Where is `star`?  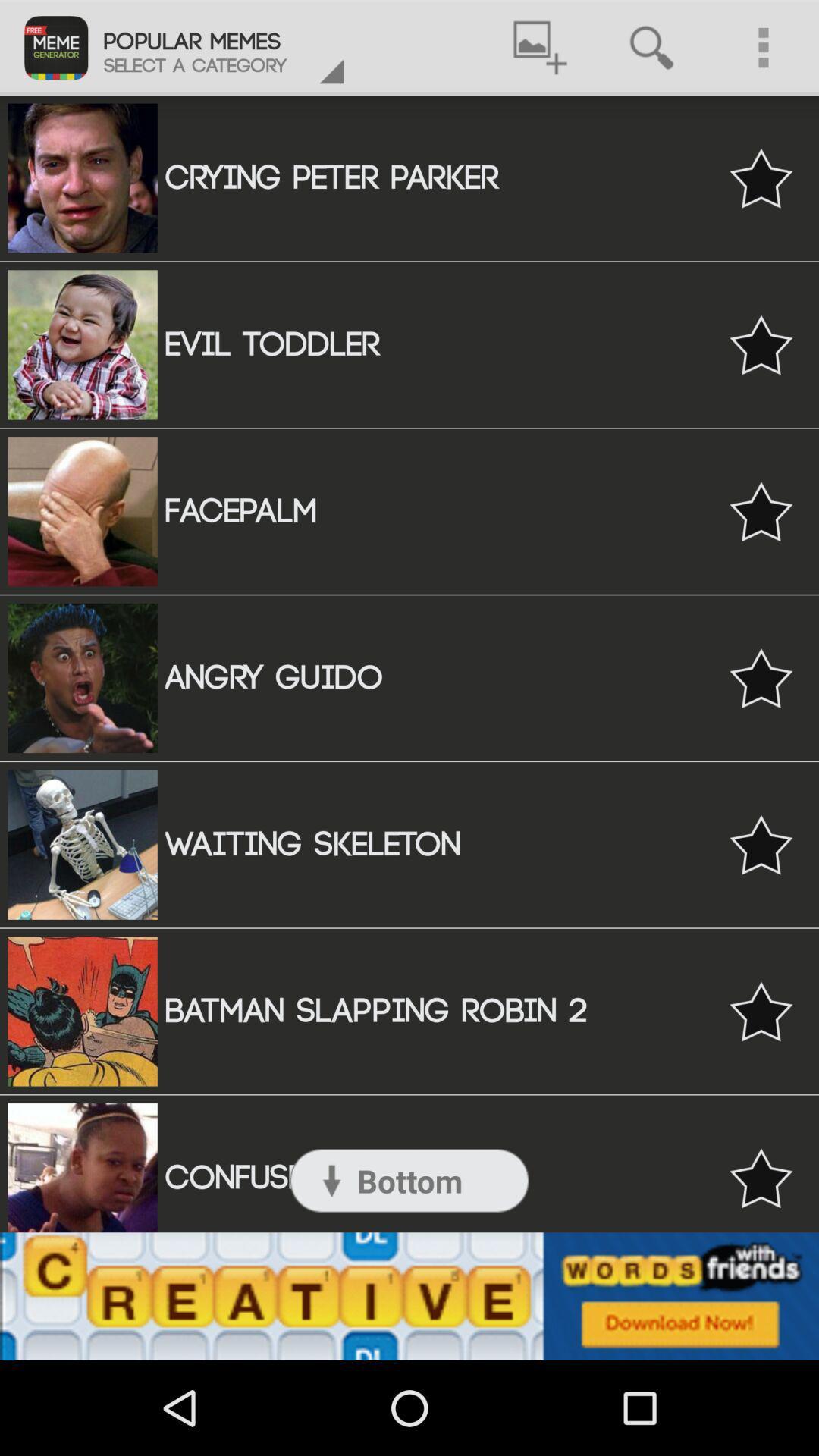
star is located at coordinates (761, 178).